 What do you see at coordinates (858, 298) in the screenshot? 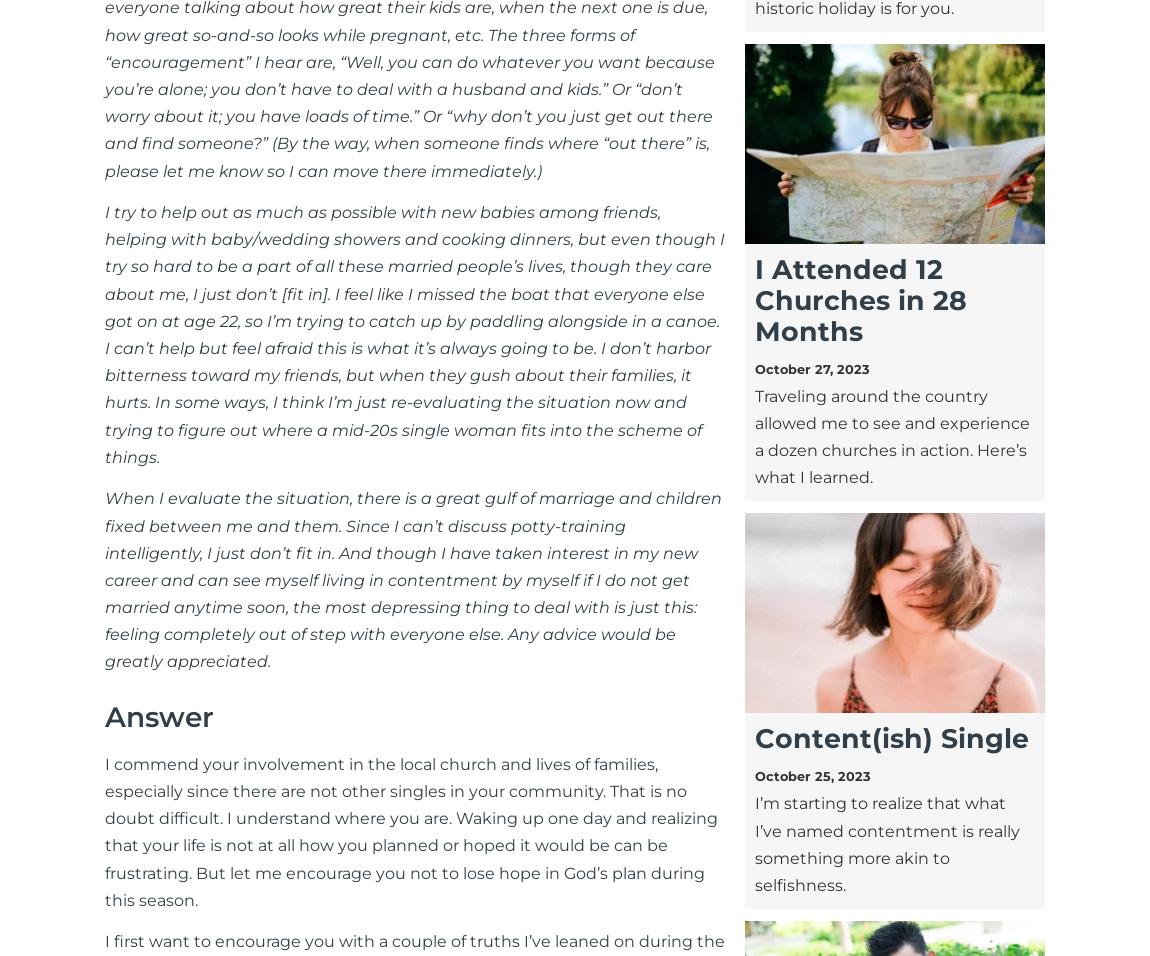
I see `'I Attended 12 Churches in 28 Months'` at bounding box center [858, 298].